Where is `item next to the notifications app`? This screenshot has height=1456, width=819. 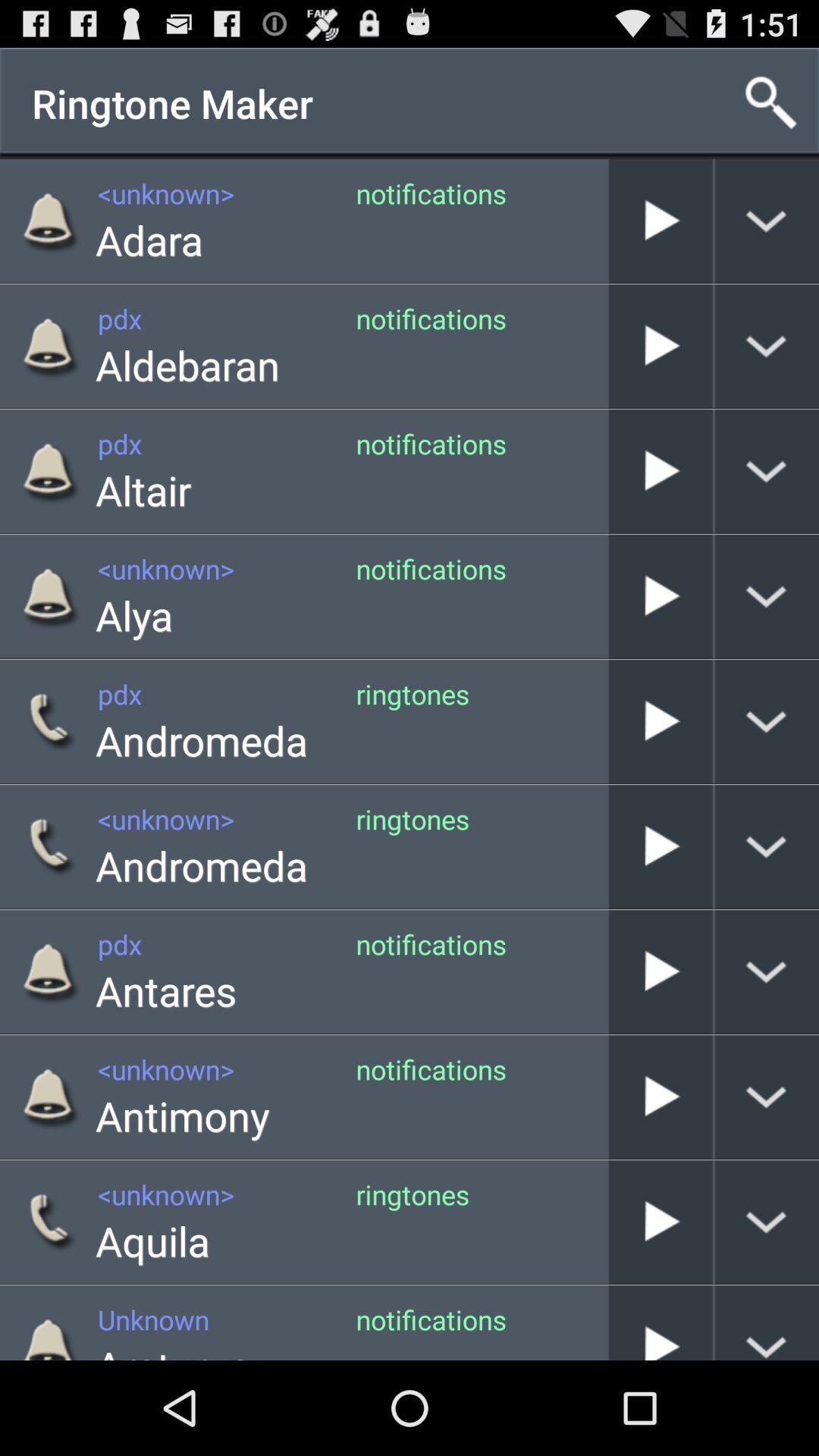 item next to the notifications app is located at coordinates (187, 365).